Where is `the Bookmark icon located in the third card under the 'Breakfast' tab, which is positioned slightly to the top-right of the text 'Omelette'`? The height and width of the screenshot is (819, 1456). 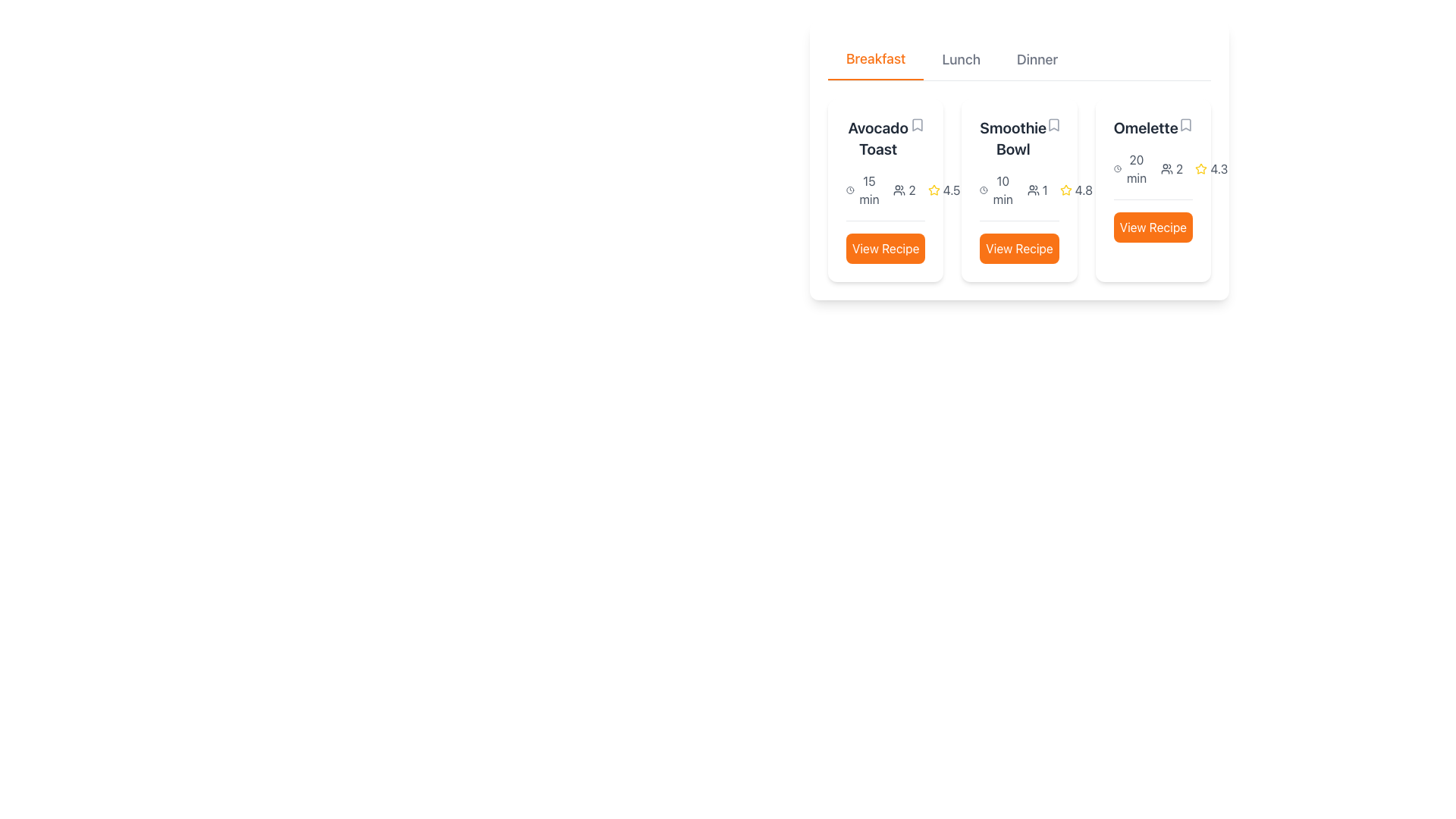 the Bookmark icon located in the third card under the 'Breakfast' tab, which is positioned slightly to the top-right of the text 'Omelette' is located at coordinates (1185, 124).